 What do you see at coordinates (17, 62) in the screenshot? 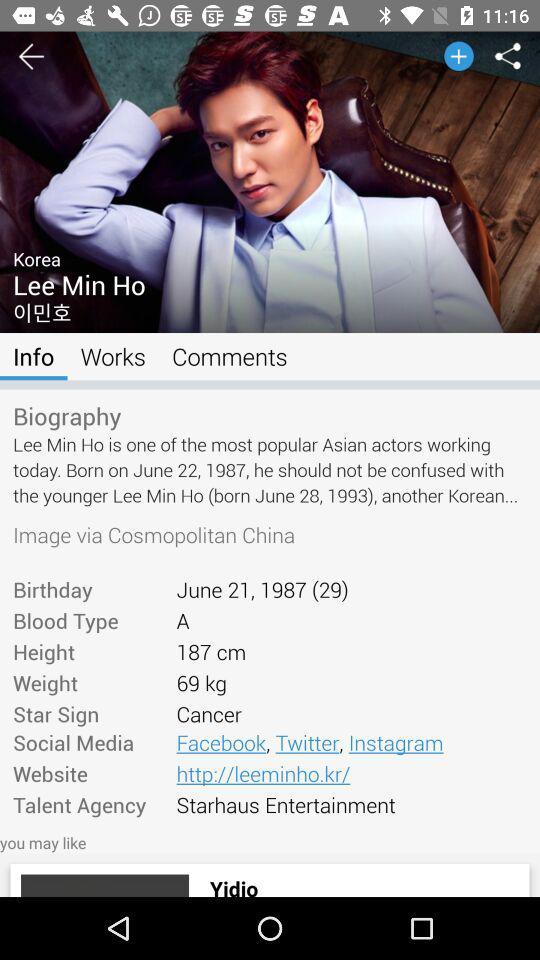
I see `the arrow_backward icon` at bounding box center [17, 62].